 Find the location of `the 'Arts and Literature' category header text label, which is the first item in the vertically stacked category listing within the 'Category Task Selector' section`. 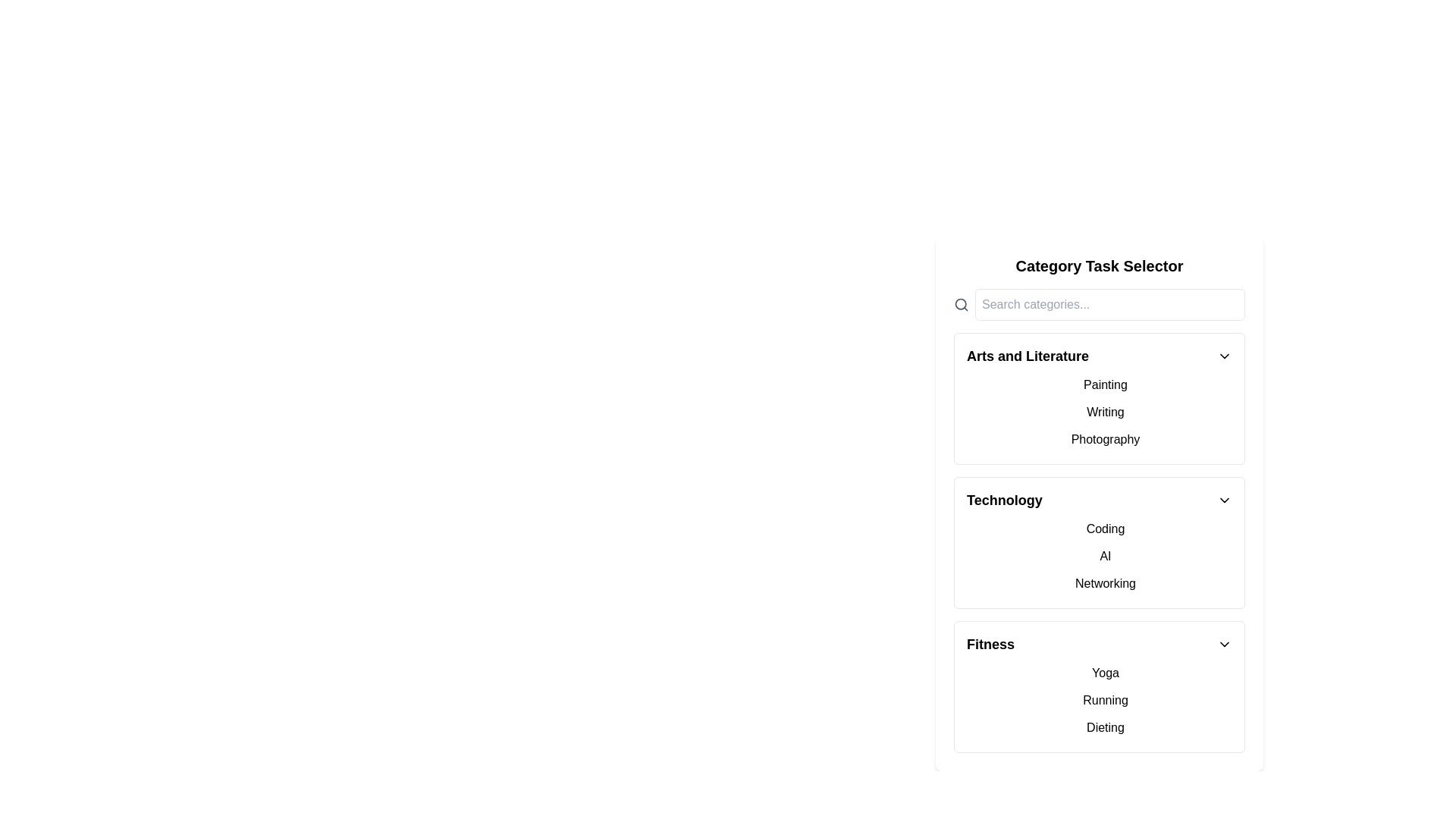

the 'Arts and Literature' category header text label, which is the first item in the vertically stacked category listing within the 'Category Task Selector' section is located at coordinates (1028, 356).